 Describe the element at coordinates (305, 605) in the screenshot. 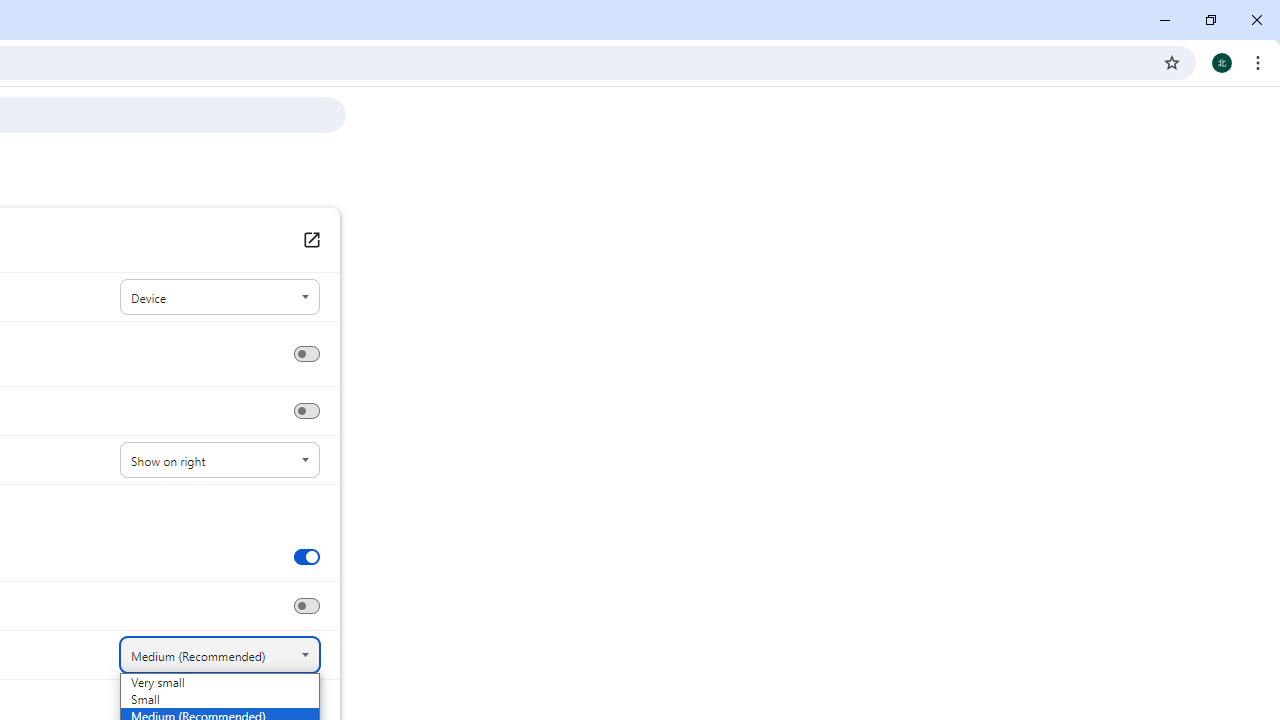

I see `'Show tab memory usage'` at that location.